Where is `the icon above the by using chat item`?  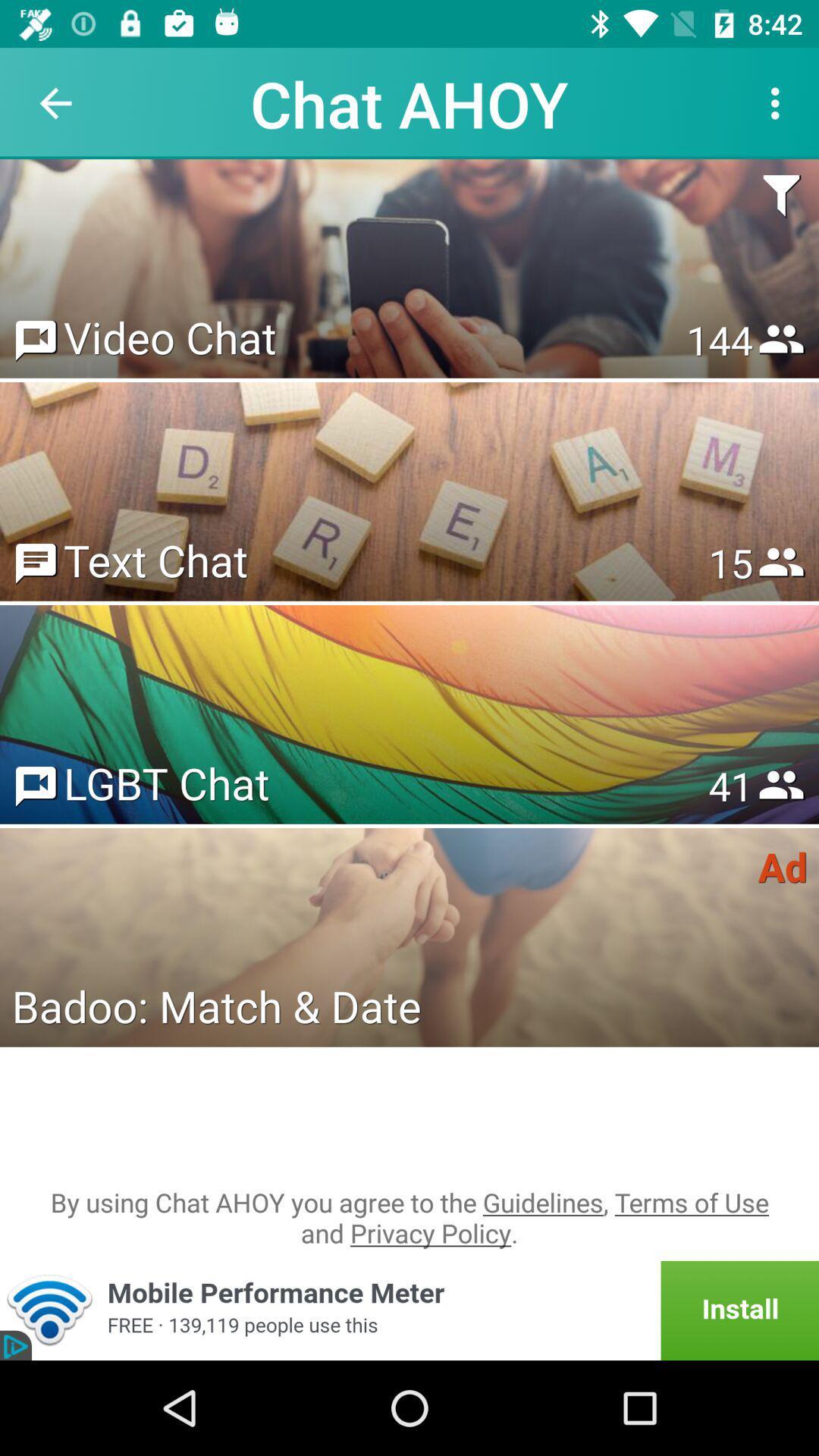 the icon above the by using chat item is located at coordinates (216, 1006).